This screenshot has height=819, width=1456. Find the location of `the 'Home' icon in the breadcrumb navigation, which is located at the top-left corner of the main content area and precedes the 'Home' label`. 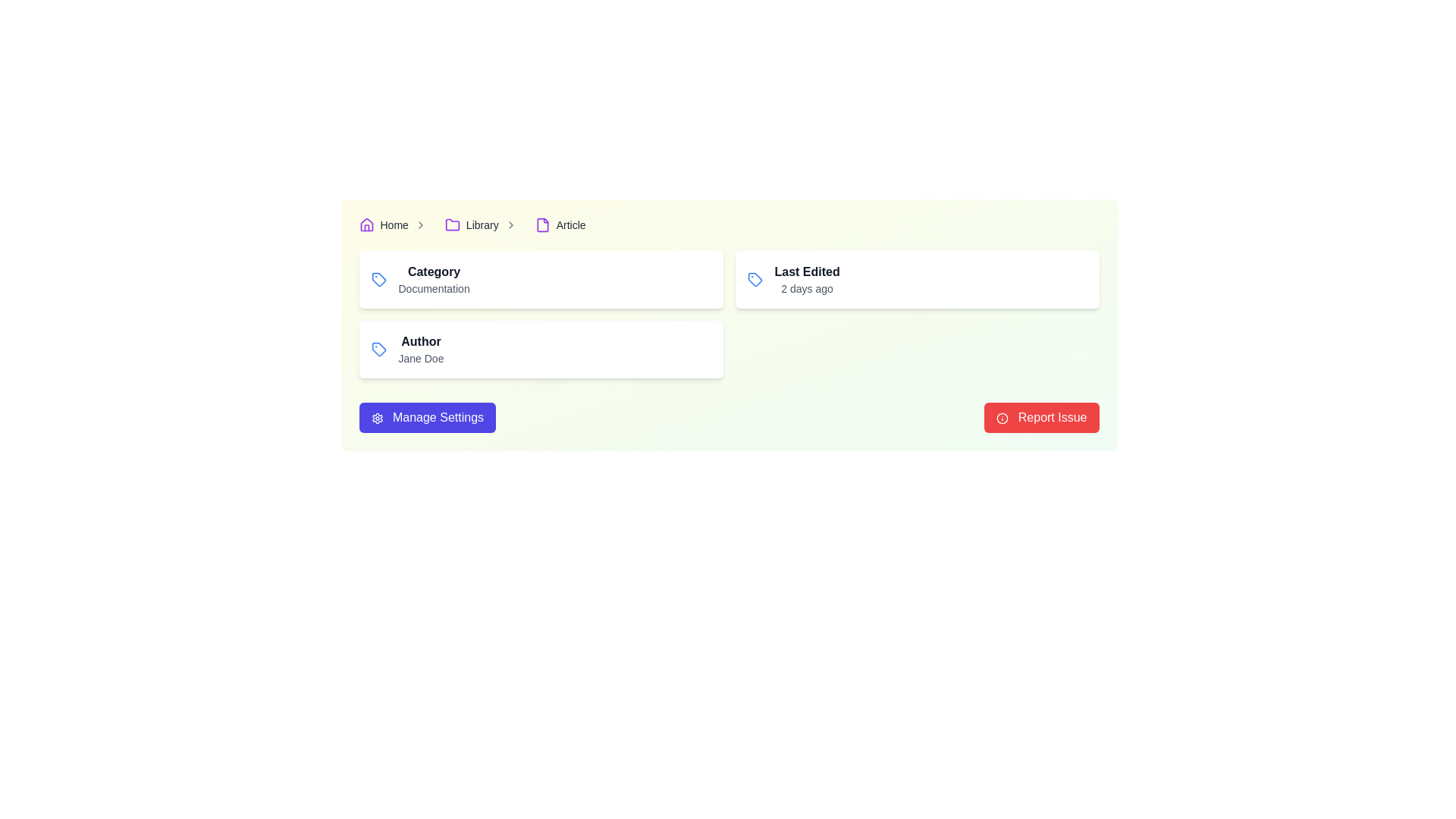

the 'Home' icon in the breadcrumb navigation, which is located at the top-left corner of the main content area and precedes the 'Home' label is located at coordinates (366, 224).